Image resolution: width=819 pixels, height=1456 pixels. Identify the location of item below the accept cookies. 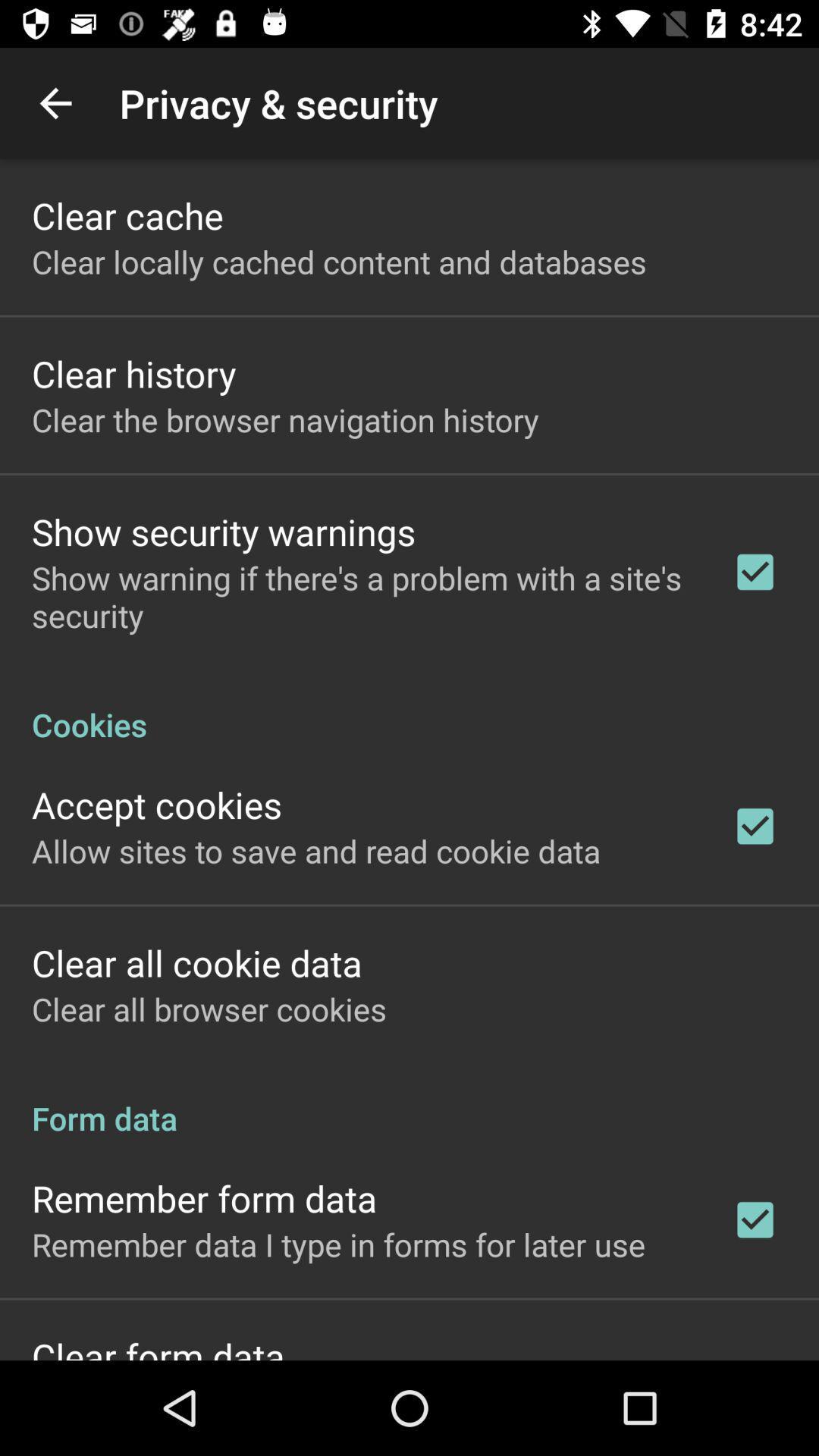
(315, 851).